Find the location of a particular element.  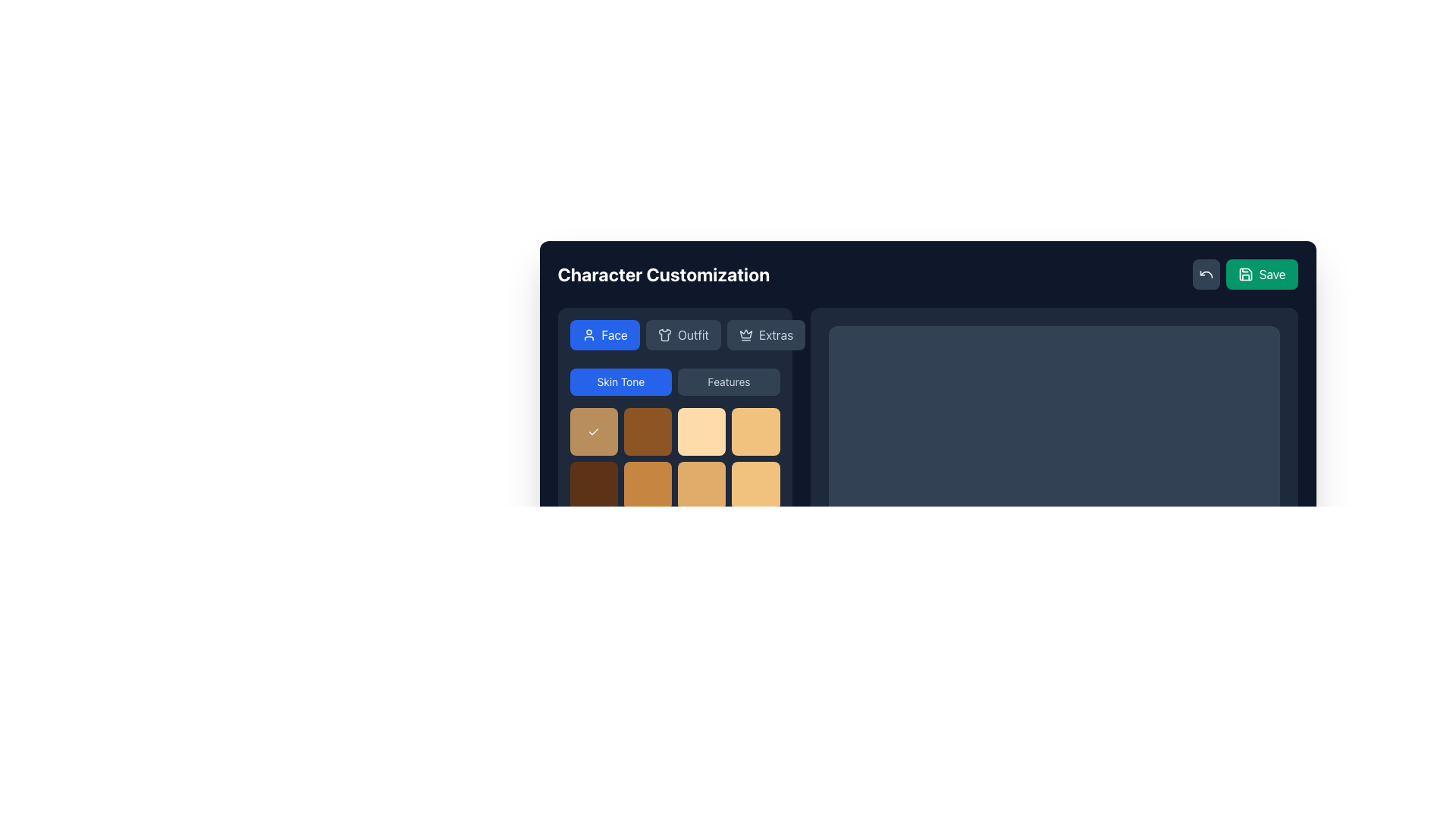

the save icon located within the 'Save' button at the top-right corner of the interface, positioned to the left of the 'Save' text is located at coordinates (1245, 275).